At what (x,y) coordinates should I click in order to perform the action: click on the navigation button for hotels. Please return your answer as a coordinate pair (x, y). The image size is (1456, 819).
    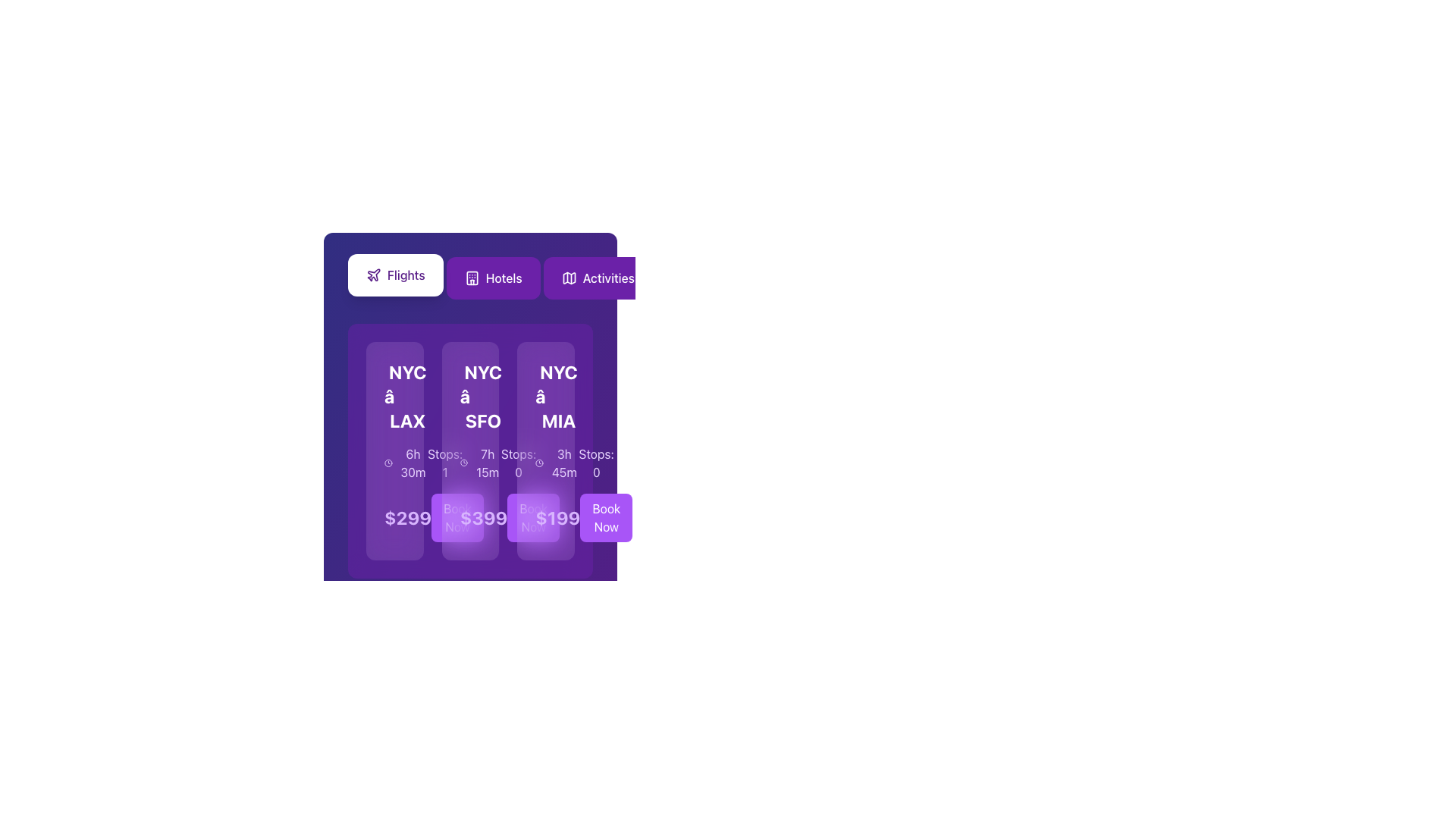
    Looking at the image, I should click on (493, 278).